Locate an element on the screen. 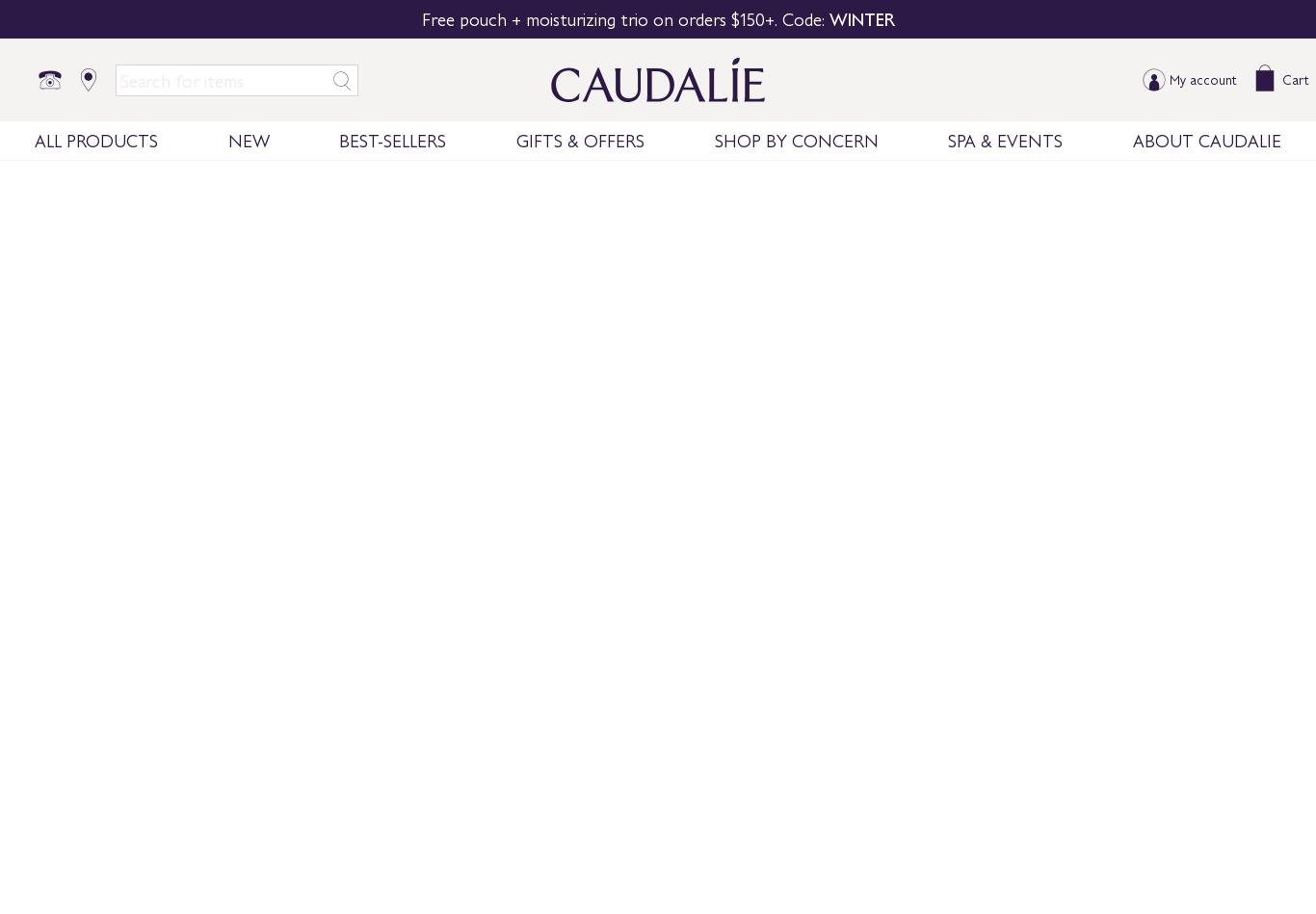  'icon_maps' is located at coordinates (88, 80).